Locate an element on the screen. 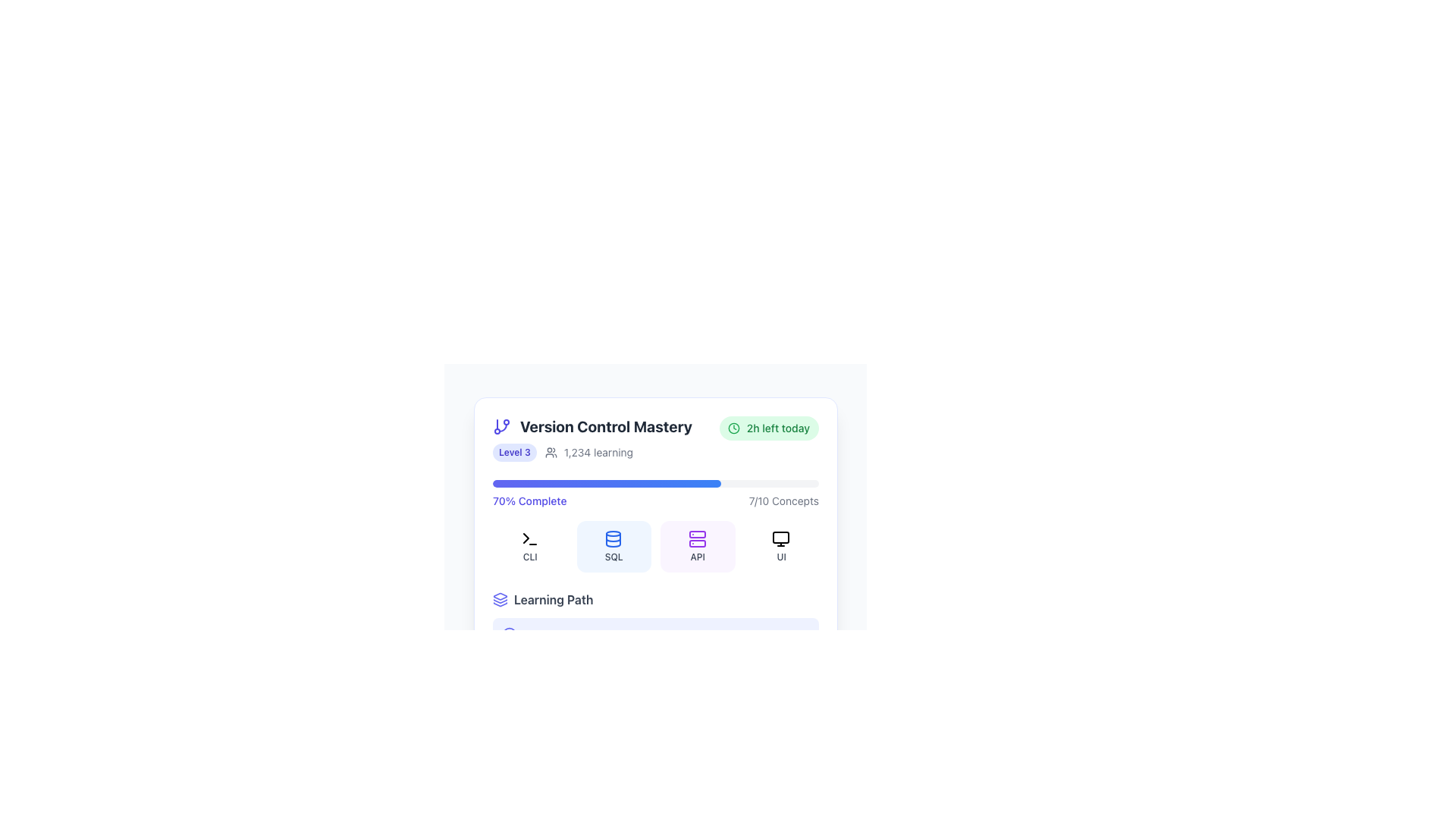  the terminal icon representing 'CLI', which is outlined in green and located within the top-left card labeled 'CLI' is located at coordinates (529, 538).